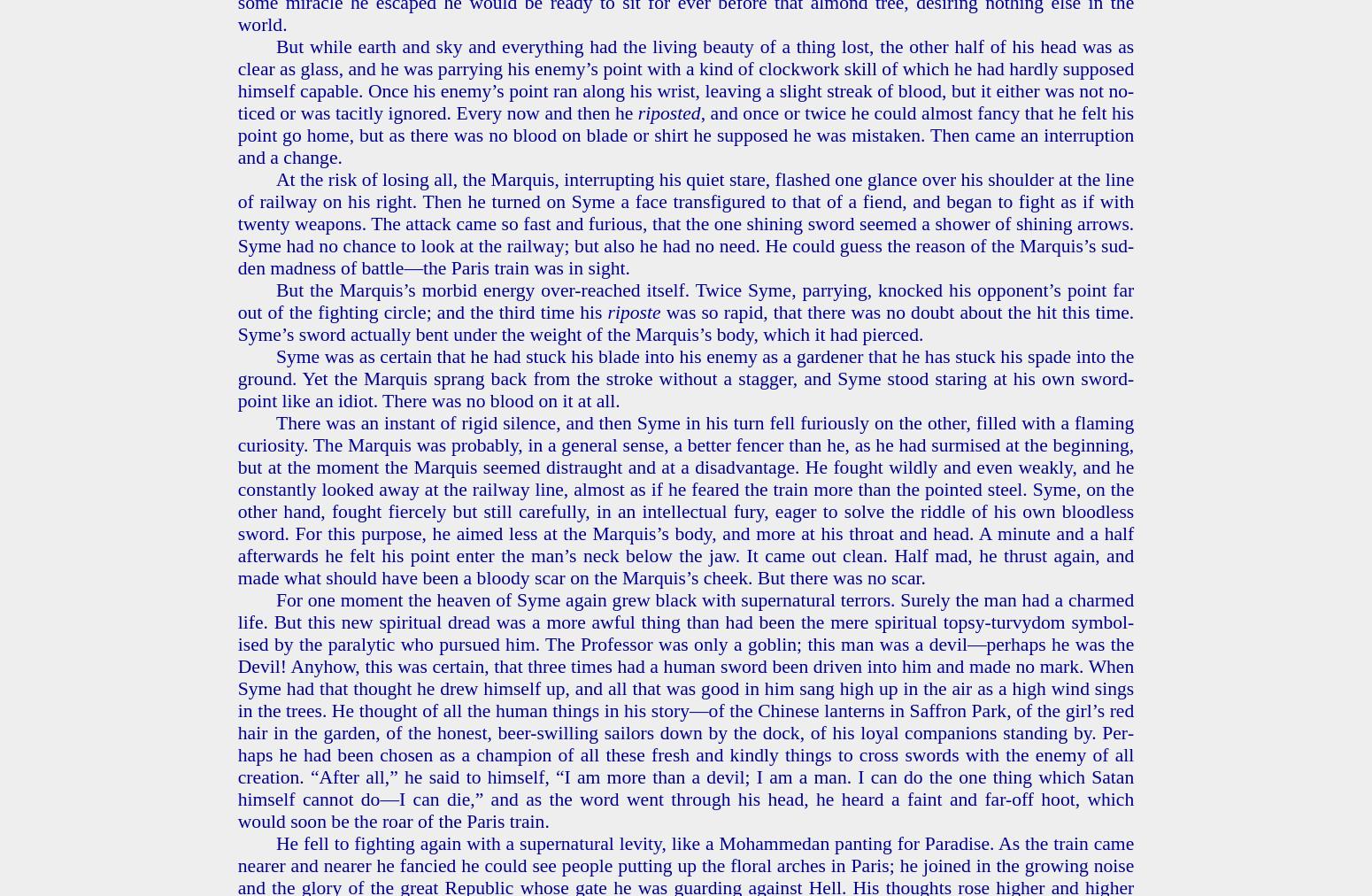 The image size is (1372, 896). I want to click on 'For one mo­ment the heav­en of Syme again grew black with su­per­nat­ur­al ter­rors. Sure­ly the man had a charmed life. But this new spir­i­tu­al dread was a more awful thing than had been the mere spir­i­tu­al top­sy-turvy­dom sym­bol­ised by the par­a­lyt­ic who pur­sued him. The Pro­fes­sor was only a gob­lin; this man was a devil—per­haps he was the Devil! Any­how, this was cer­tain, that three times had a human sword been dri­ven into him and made no mark. When Syme had that thought he drew him­self up, and all that was good in him sang high up in the air as a high wind sings in the trees. He thought of all the human things in his story—of the Chi­nese lanterns in Saf­fron Park, of the girl’s red hair in the gar­den, of the hon­est, beer-swill­ing sailors down by the dock, of his loyal com­pan­ions stand­ing by. Per­haps he had been cho­sen as a cham­pi­on of all these fresh and kind­ly things to cross swords with the enemy of all cre­ation. “After all,” he said to him­self, “I am more than a devil; I am a man. I can do the one thing which Satan him­self can­not do—I can die,” and as the word went through his head, he heard a faint and far-off hoot, which would soon be the roar of the Paris train.', so click(685, 709).